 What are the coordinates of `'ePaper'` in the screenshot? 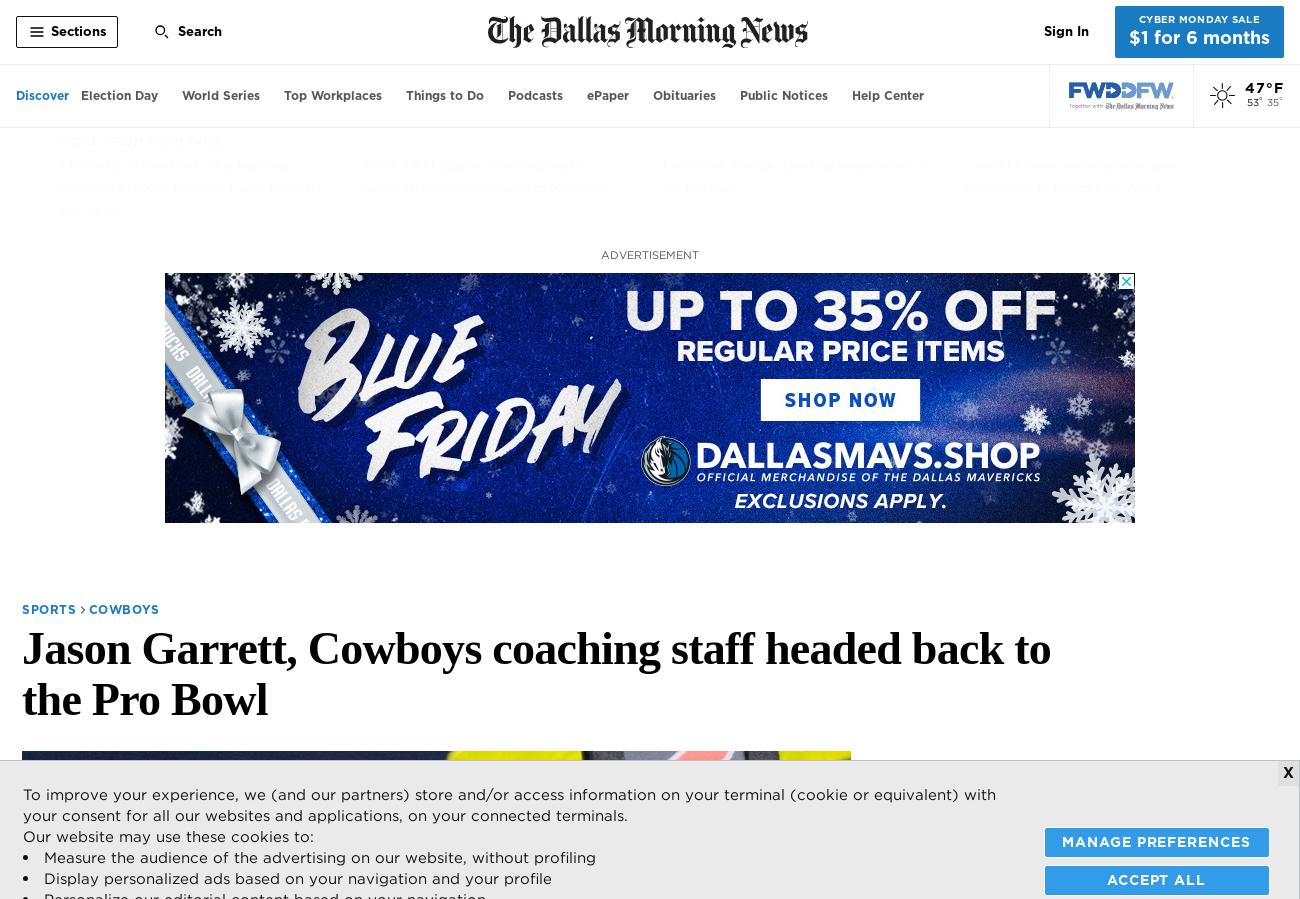 It's located at (608, 94).